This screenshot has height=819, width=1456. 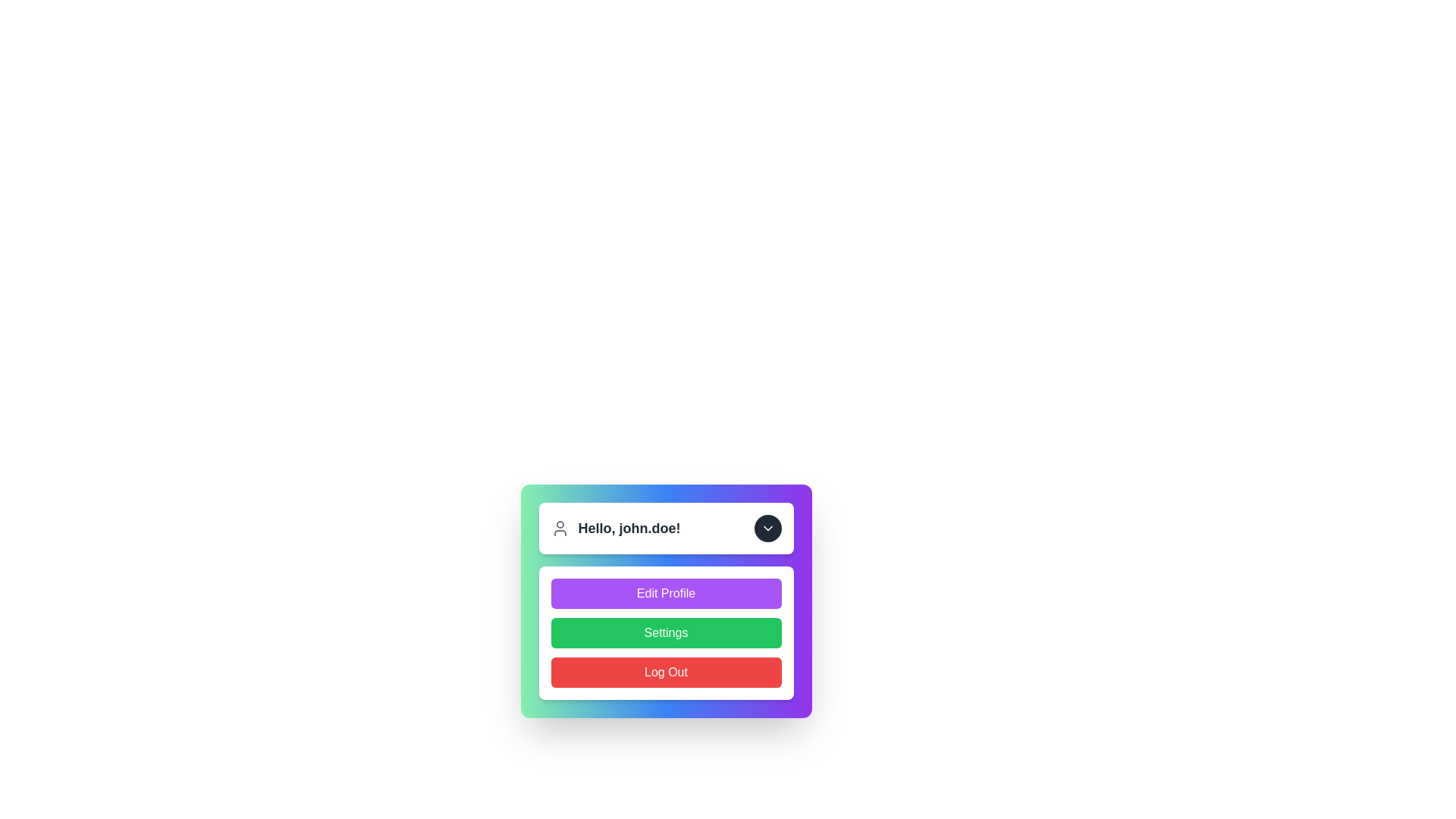 I want to click on the chevron icon within the circular button located in the top right corner of the user menu, so click(x=767, y=528).